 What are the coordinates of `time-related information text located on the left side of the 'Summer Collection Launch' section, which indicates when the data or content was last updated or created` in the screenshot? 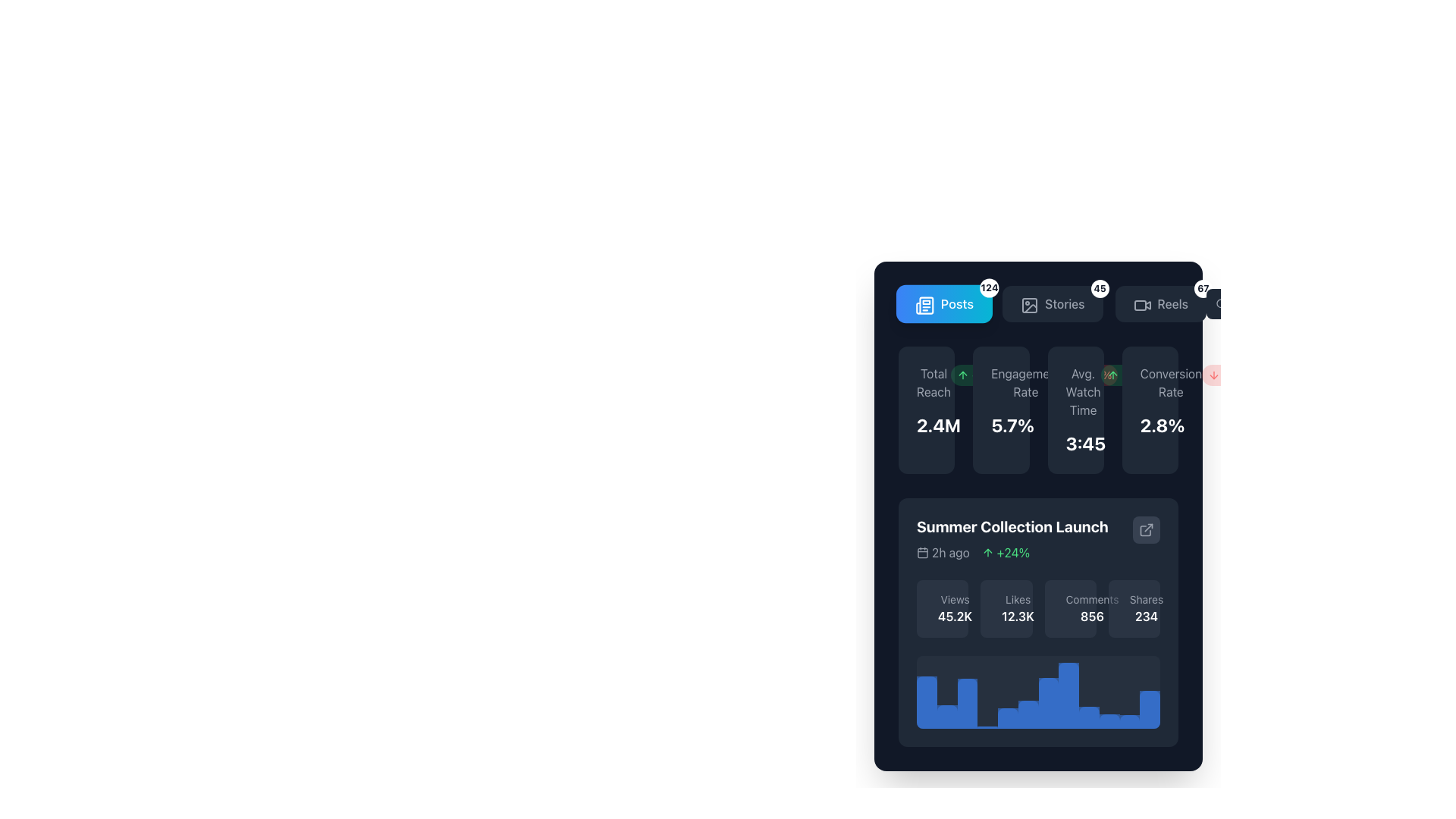 It's located at (942, 553).